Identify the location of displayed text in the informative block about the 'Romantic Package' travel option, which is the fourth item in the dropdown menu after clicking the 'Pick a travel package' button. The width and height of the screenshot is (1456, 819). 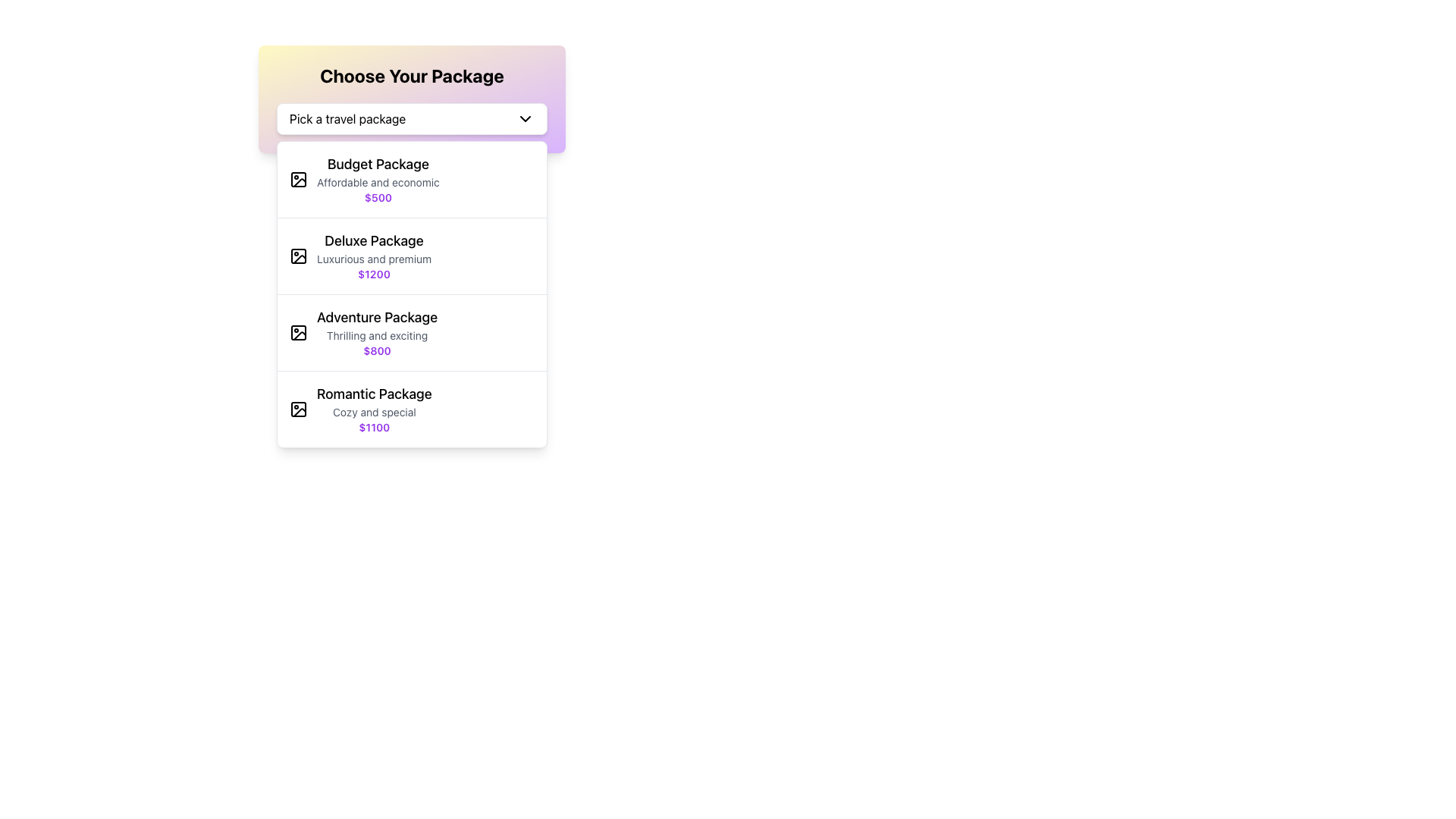
(374, 409).